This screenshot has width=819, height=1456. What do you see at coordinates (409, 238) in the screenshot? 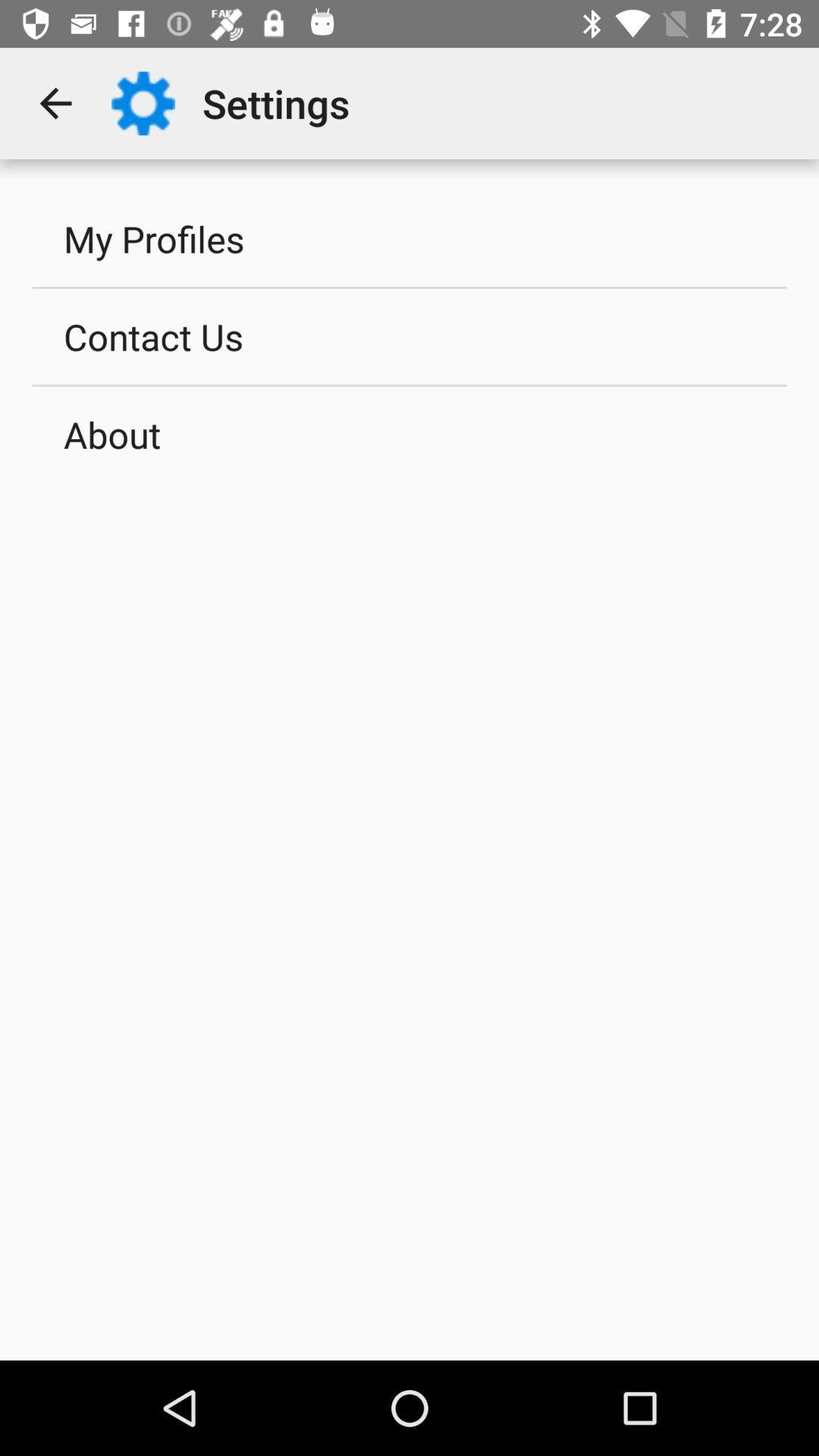
I see `the my profiles icon` at bounding box center [409, 238].